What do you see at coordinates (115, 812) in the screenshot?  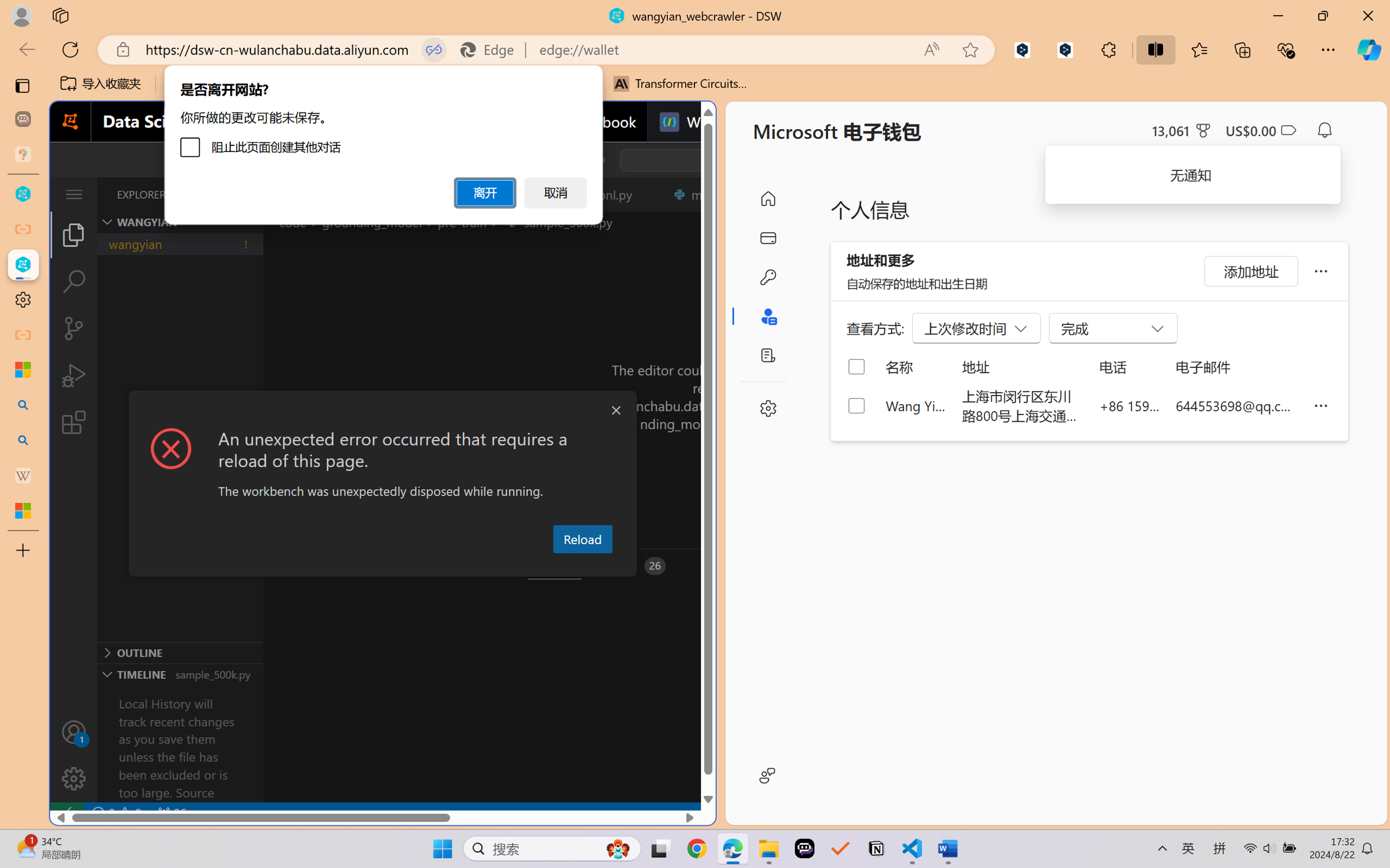 I see `'No Problems'` at bounding box center [115, 812].